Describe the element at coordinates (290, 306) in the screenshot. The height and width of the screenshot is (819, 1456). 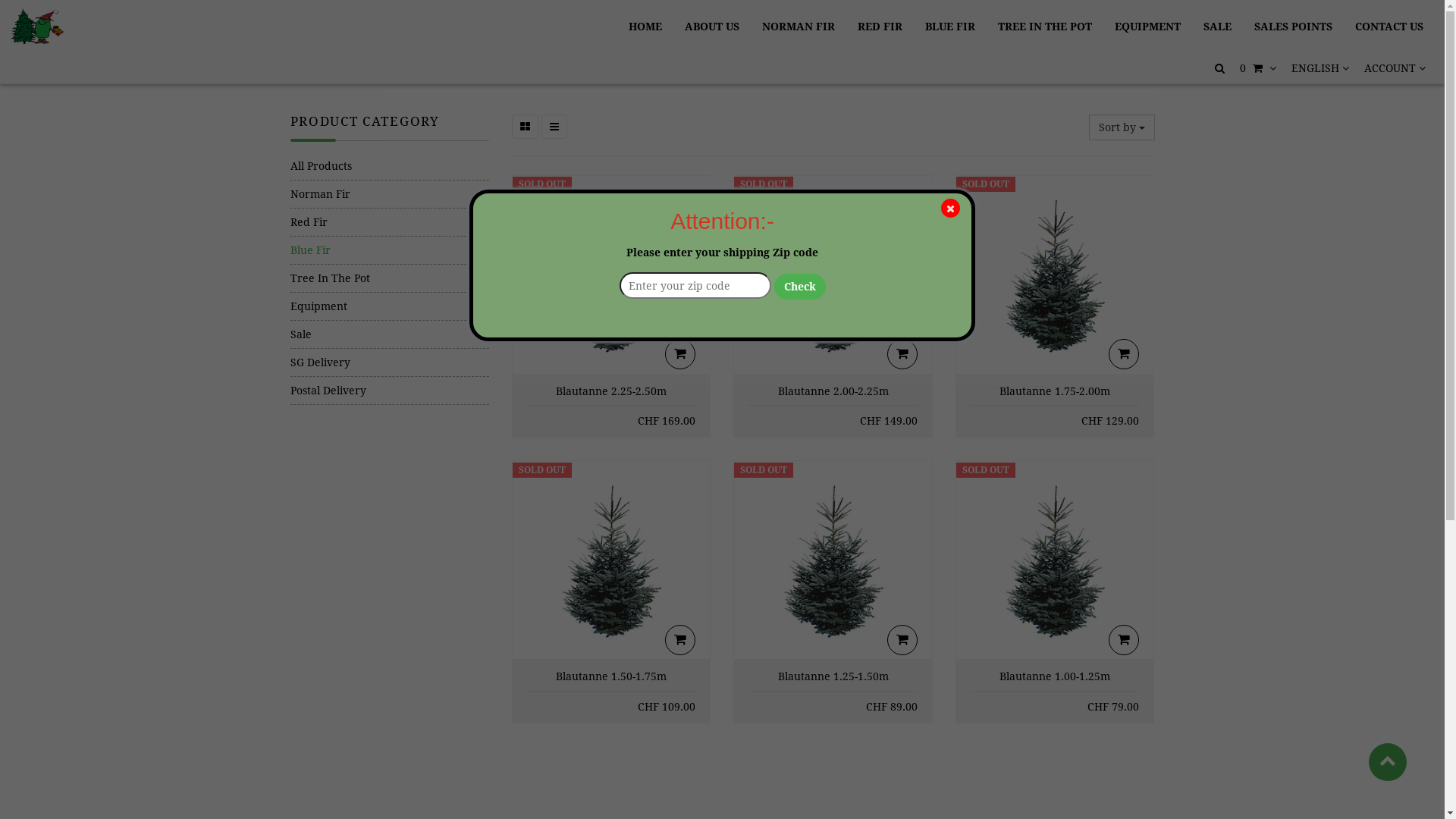
I see `'Equipment'` at that location.